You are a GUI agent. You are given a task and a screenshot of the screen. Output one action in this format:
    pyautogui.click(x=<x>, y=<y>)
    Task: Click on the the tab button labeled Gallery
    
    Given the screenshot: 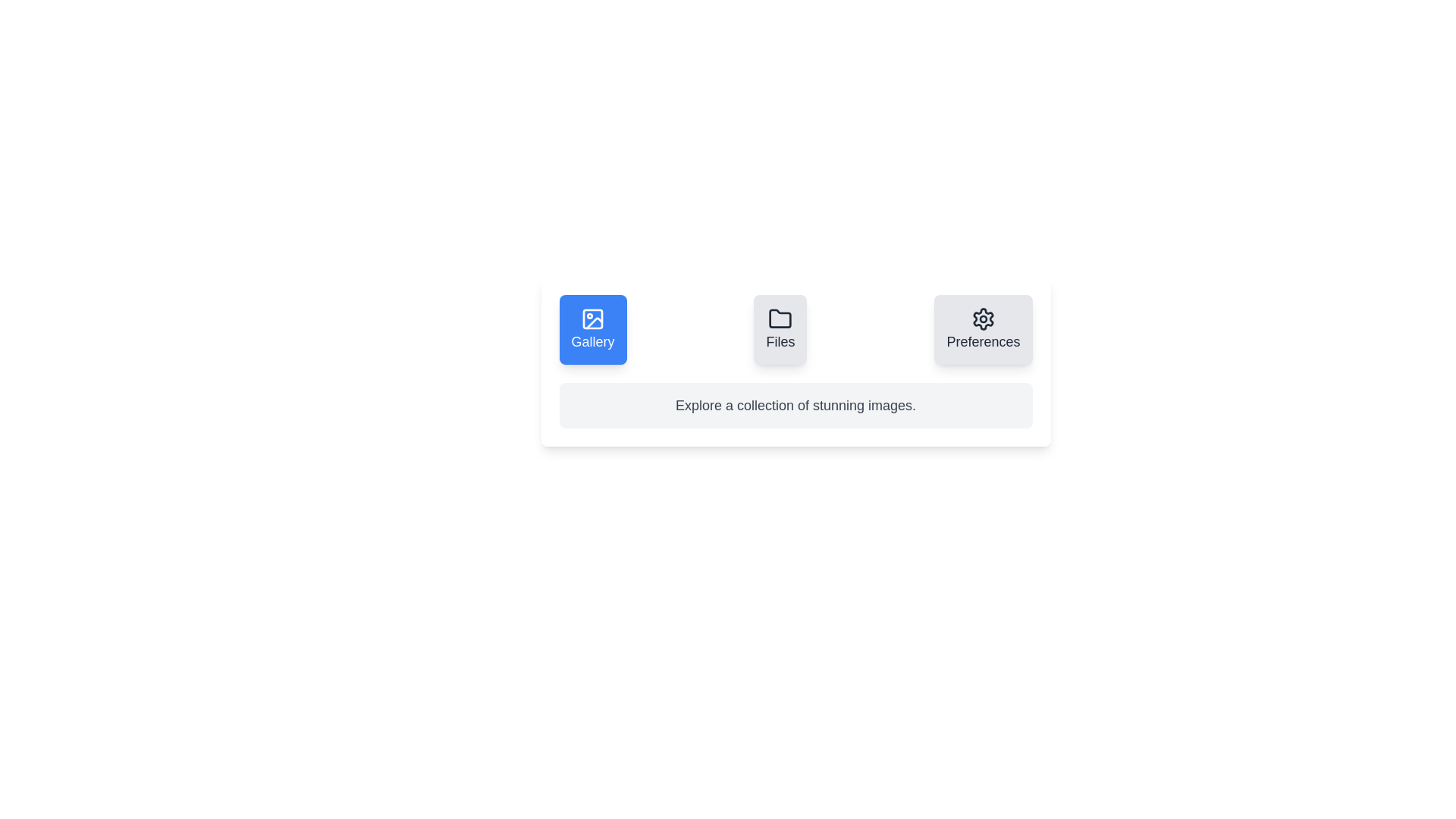 What is the action you would take?
    pyautogui.click(x=592, y=329)
    